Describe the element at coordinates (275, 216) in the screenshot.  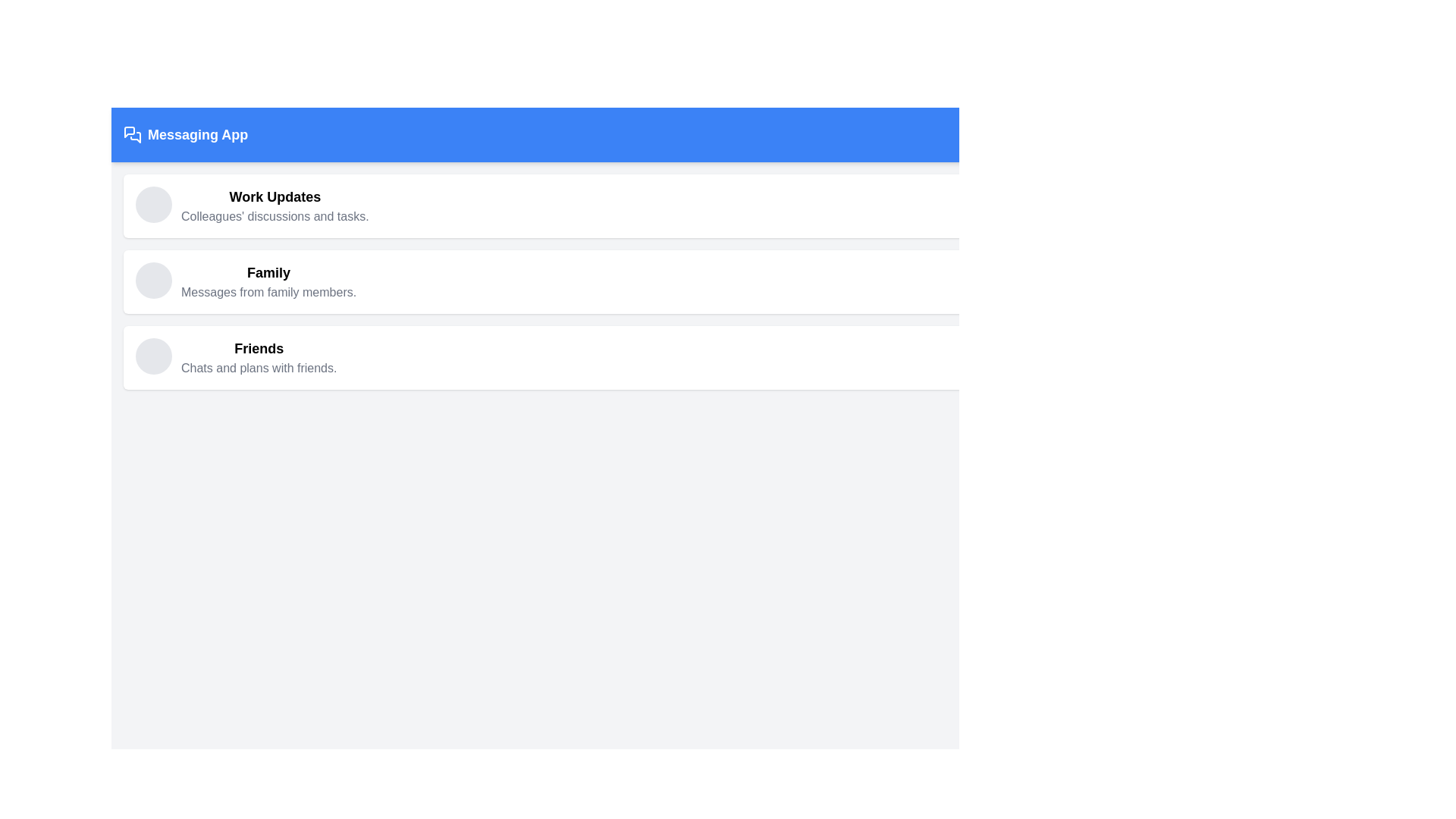
I see `the informational text label located below the 'Work Updates' heading, which describes colleagues' discussions and tasks` at that location.